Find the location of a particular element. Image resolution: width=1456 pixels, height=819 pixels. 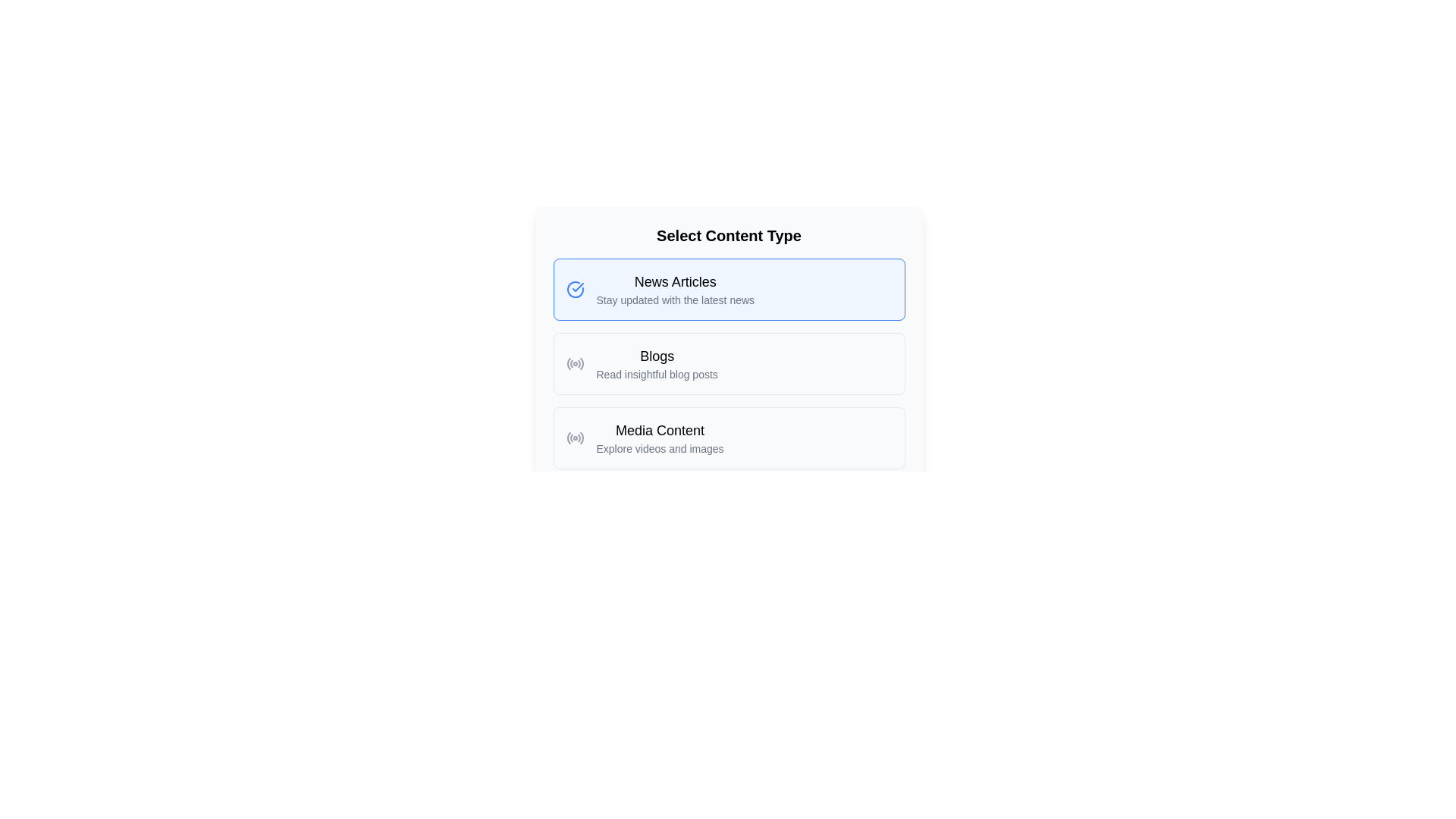

the static label representing the third selectable option in the content type selection menu, which is located between 'News Articles' and 'Blogs' is located at coordinates (660, 430).